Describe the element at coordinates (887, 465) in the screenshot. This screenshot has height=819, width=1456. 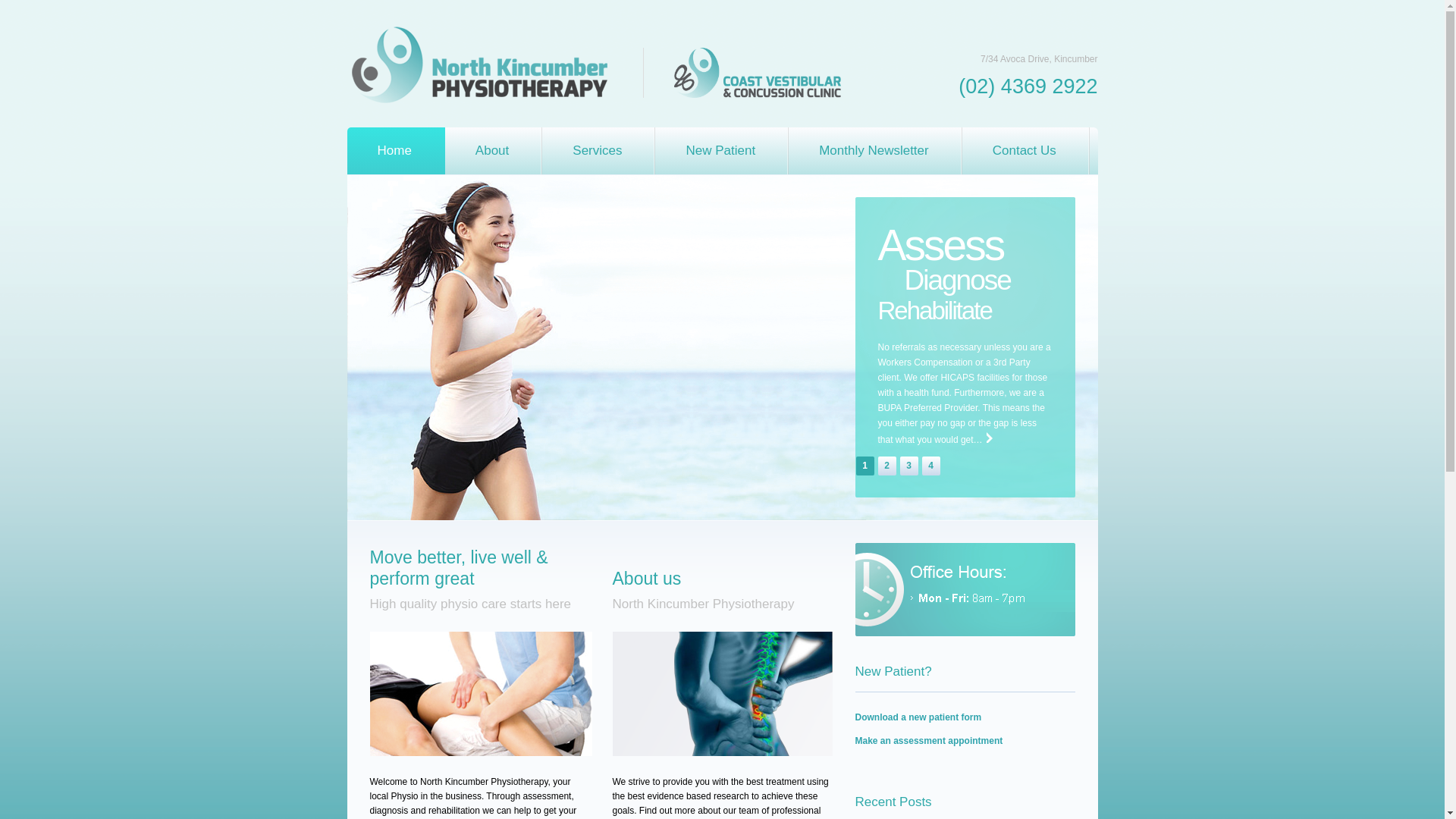
I see `'2'` at that location.